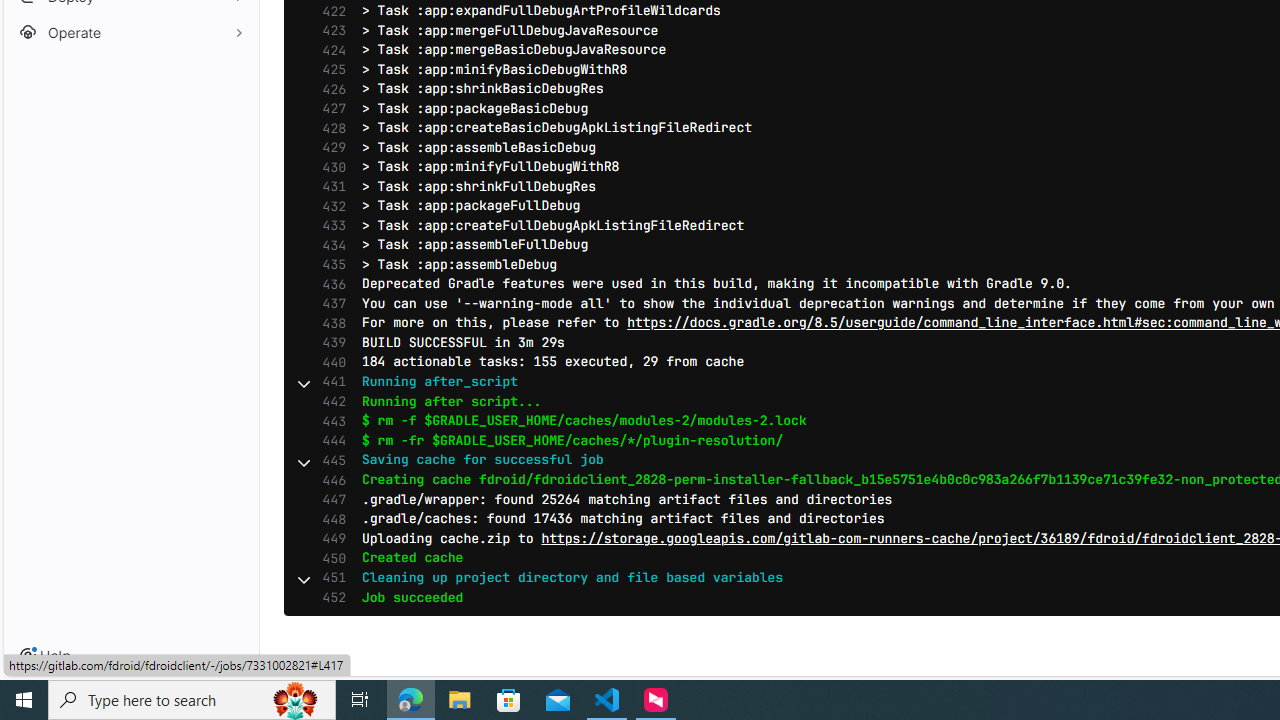 The width and height of the screenshot is (1280, 720). Describe the element at coordinates (130, 32) in the screenshot. I see `'Operate'` at that location.